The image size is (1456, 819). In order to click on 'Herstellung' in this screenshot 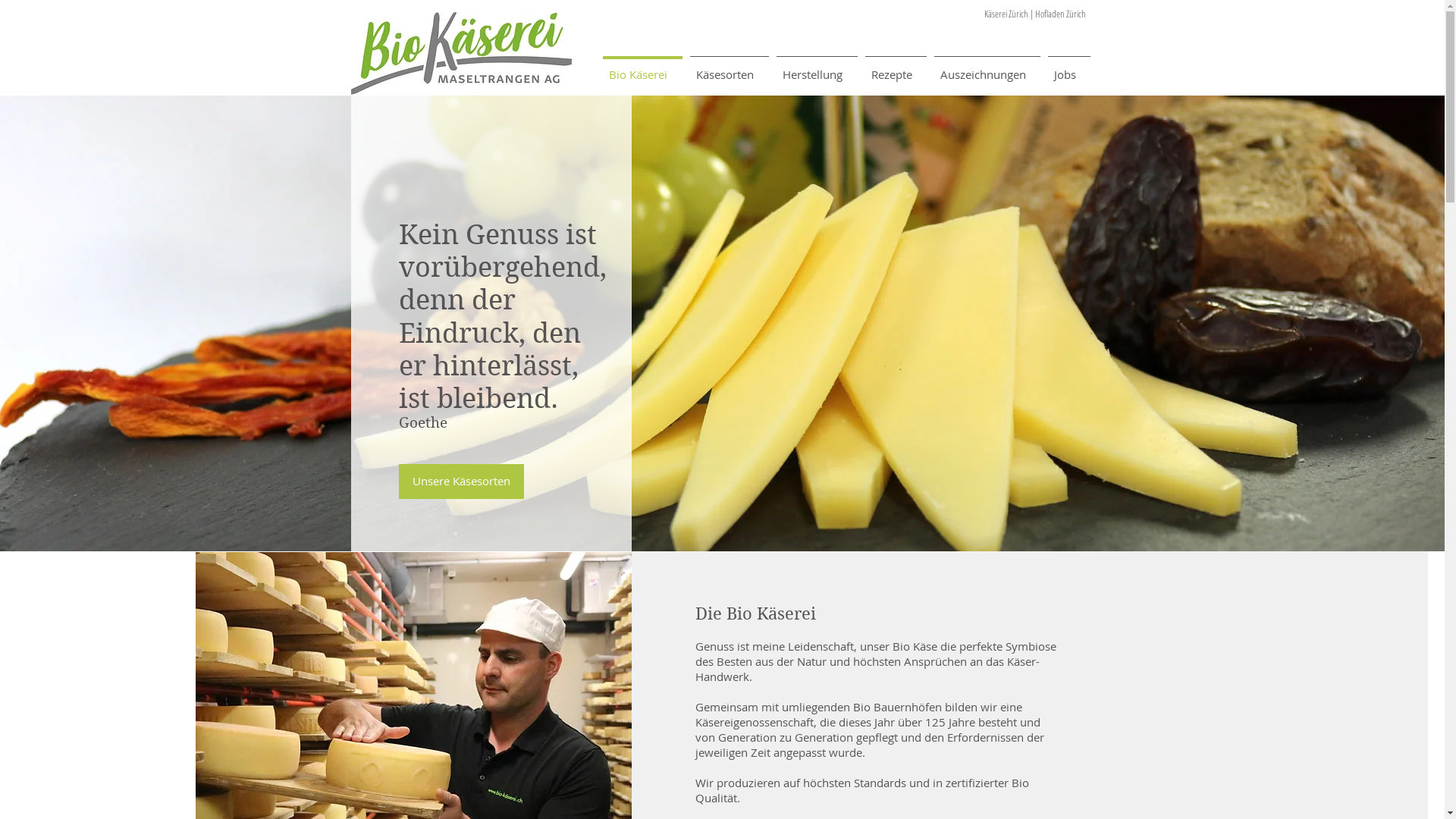, I will do `click(815, 66)`.